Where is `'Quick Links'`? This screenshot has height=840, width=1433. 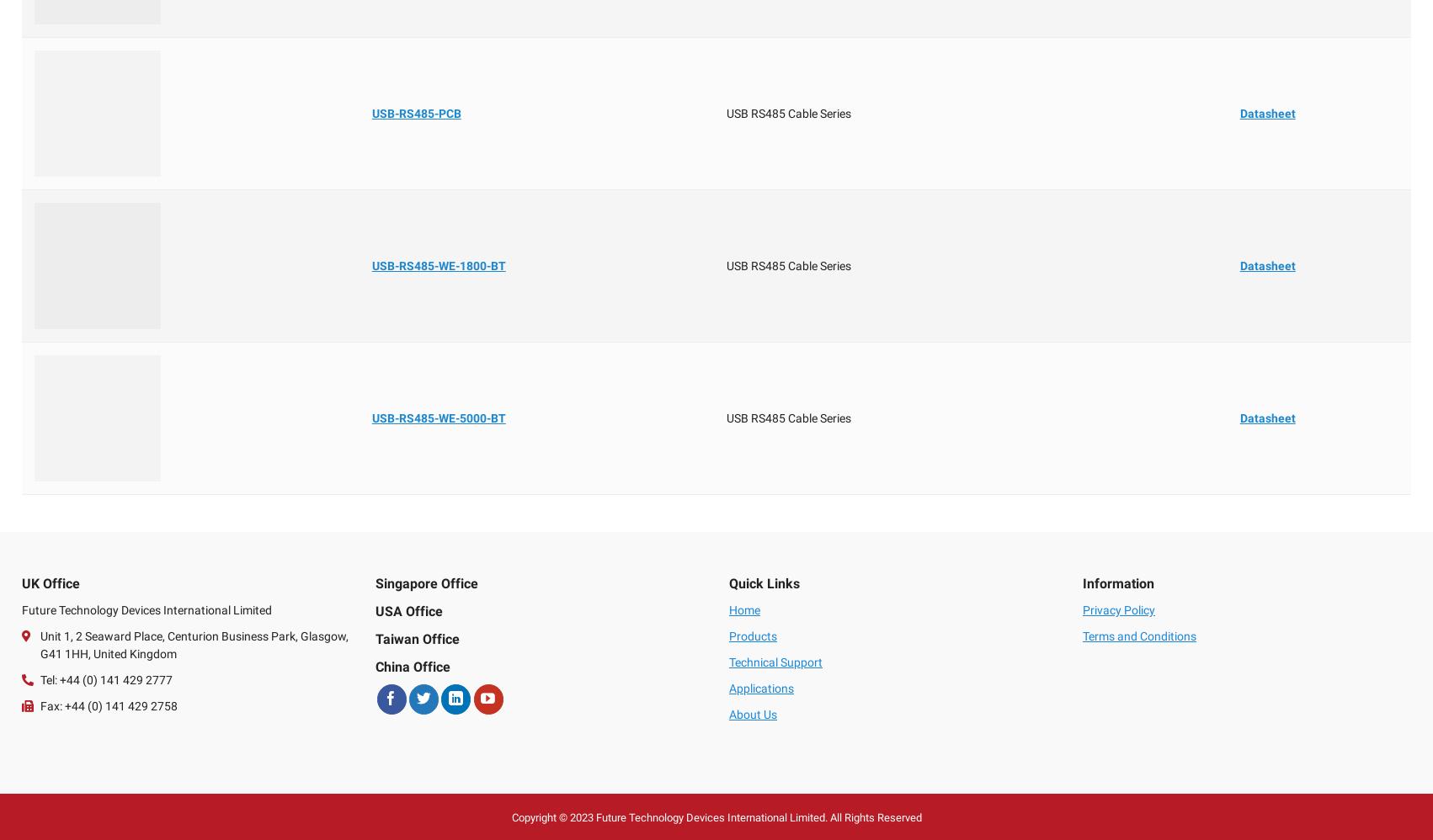
'Quick Links' is located at coordinates (728, 582).